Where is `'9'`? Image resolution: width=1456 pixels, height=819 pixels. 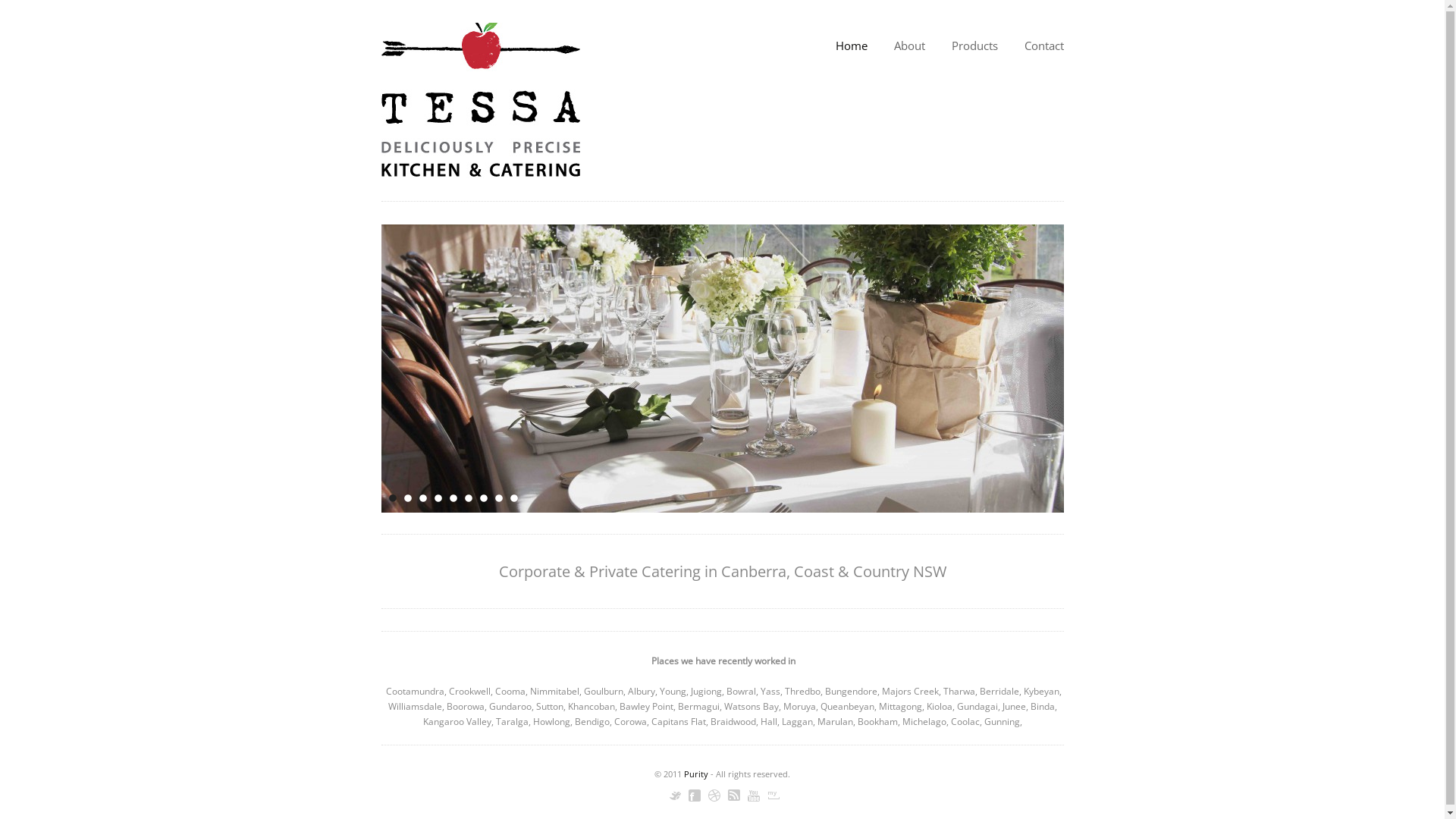
'9' is located at coordinates (513, 497).